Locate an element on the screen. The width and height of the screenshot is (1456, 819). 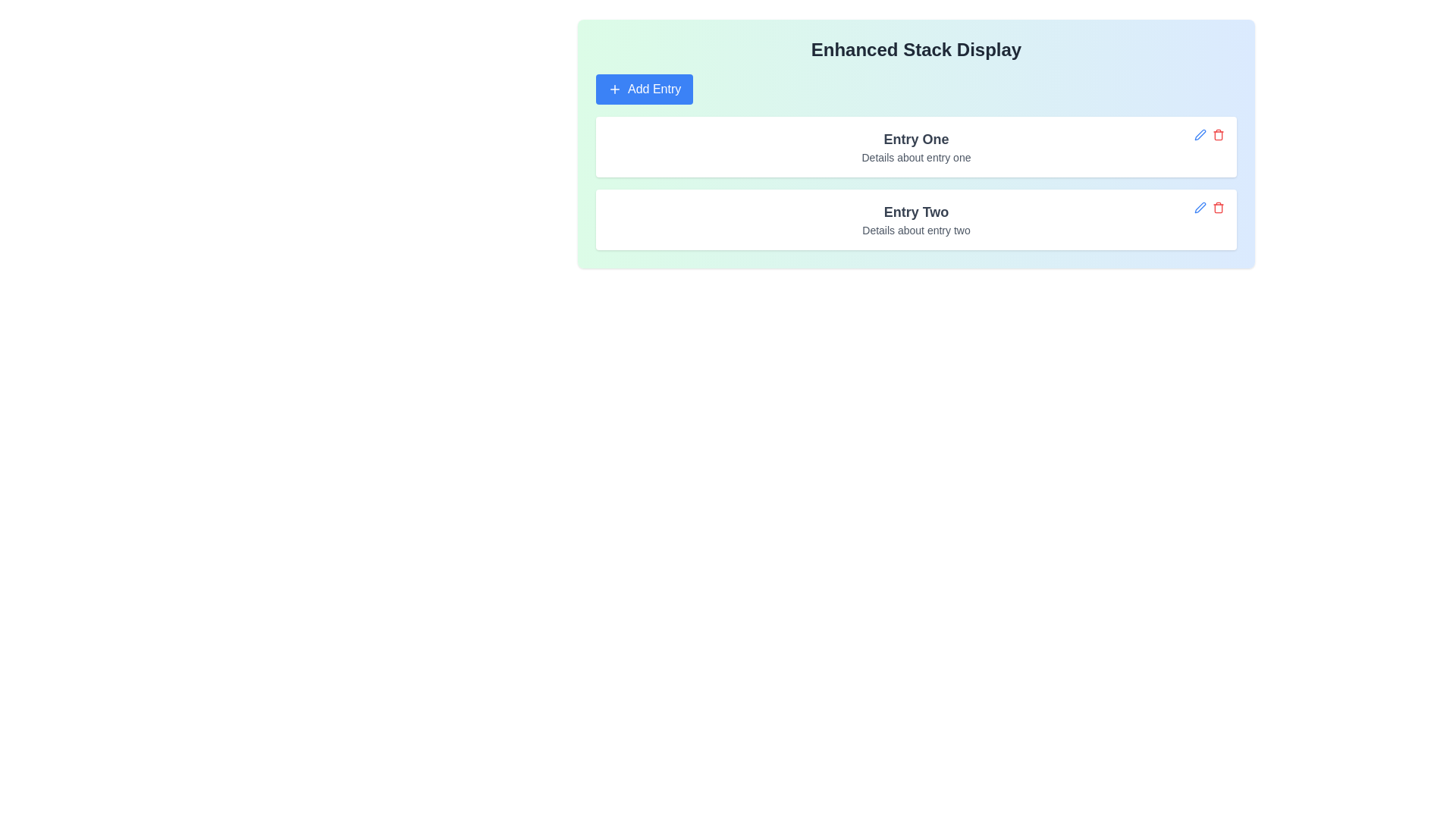
the text segment that reads 'Details about entry two', which is styled in a smaller grayish font and located directly below the title 'Entry Two' within the second card is located at coordinates (915, 231).